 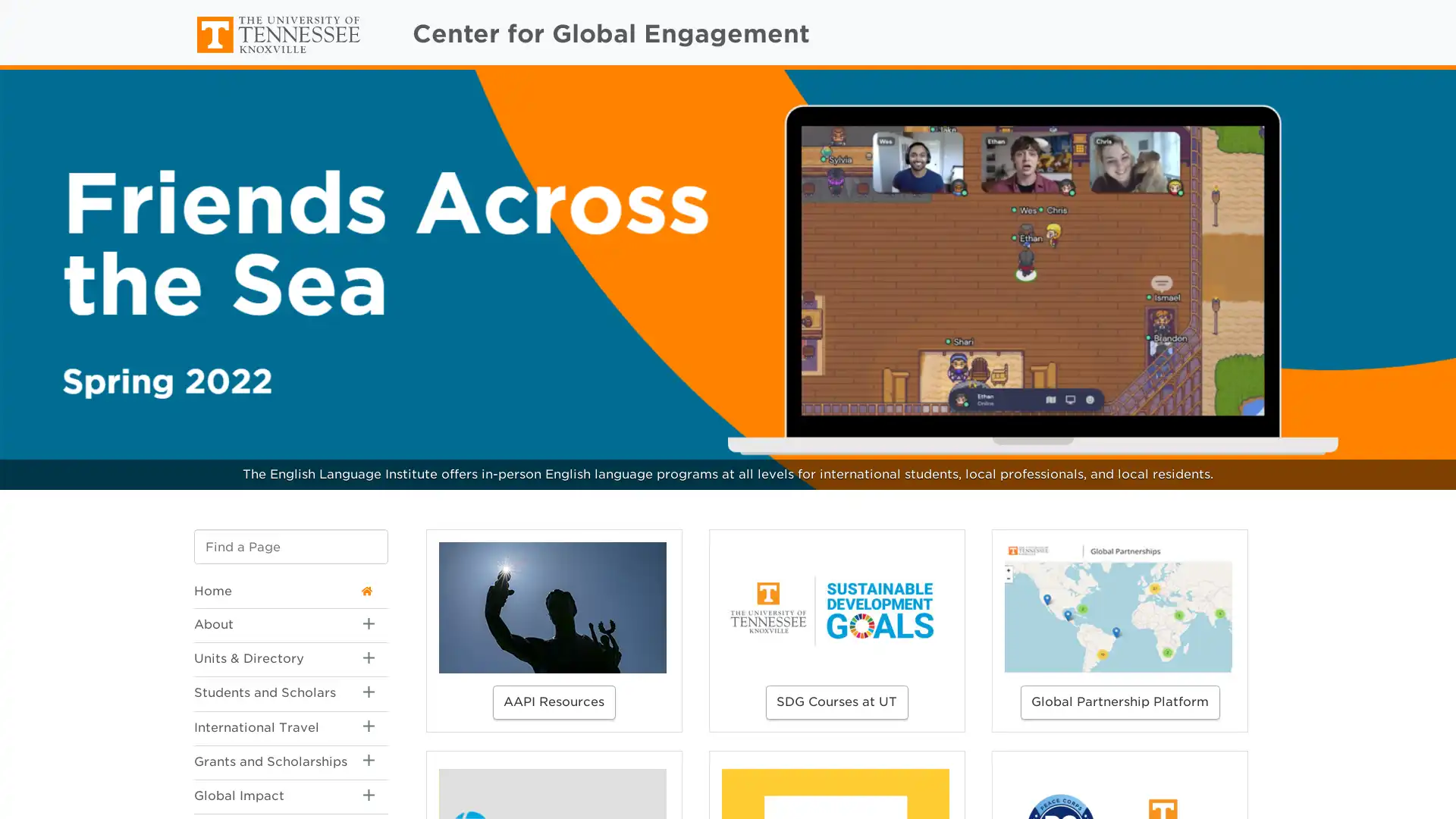 I want to click on Toggle Sub Menu, so click(x=212, y=661).